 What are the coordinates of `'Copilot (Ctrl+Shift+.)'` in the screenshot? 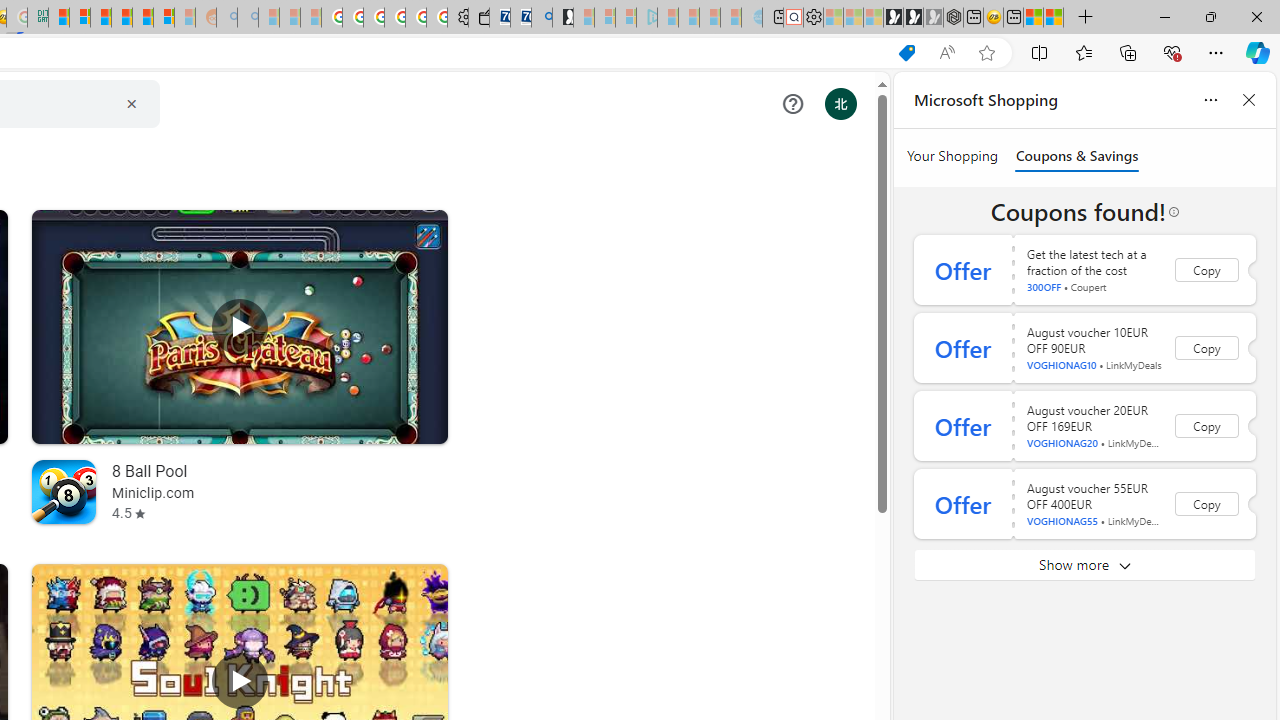 It's located at (1257, 51).